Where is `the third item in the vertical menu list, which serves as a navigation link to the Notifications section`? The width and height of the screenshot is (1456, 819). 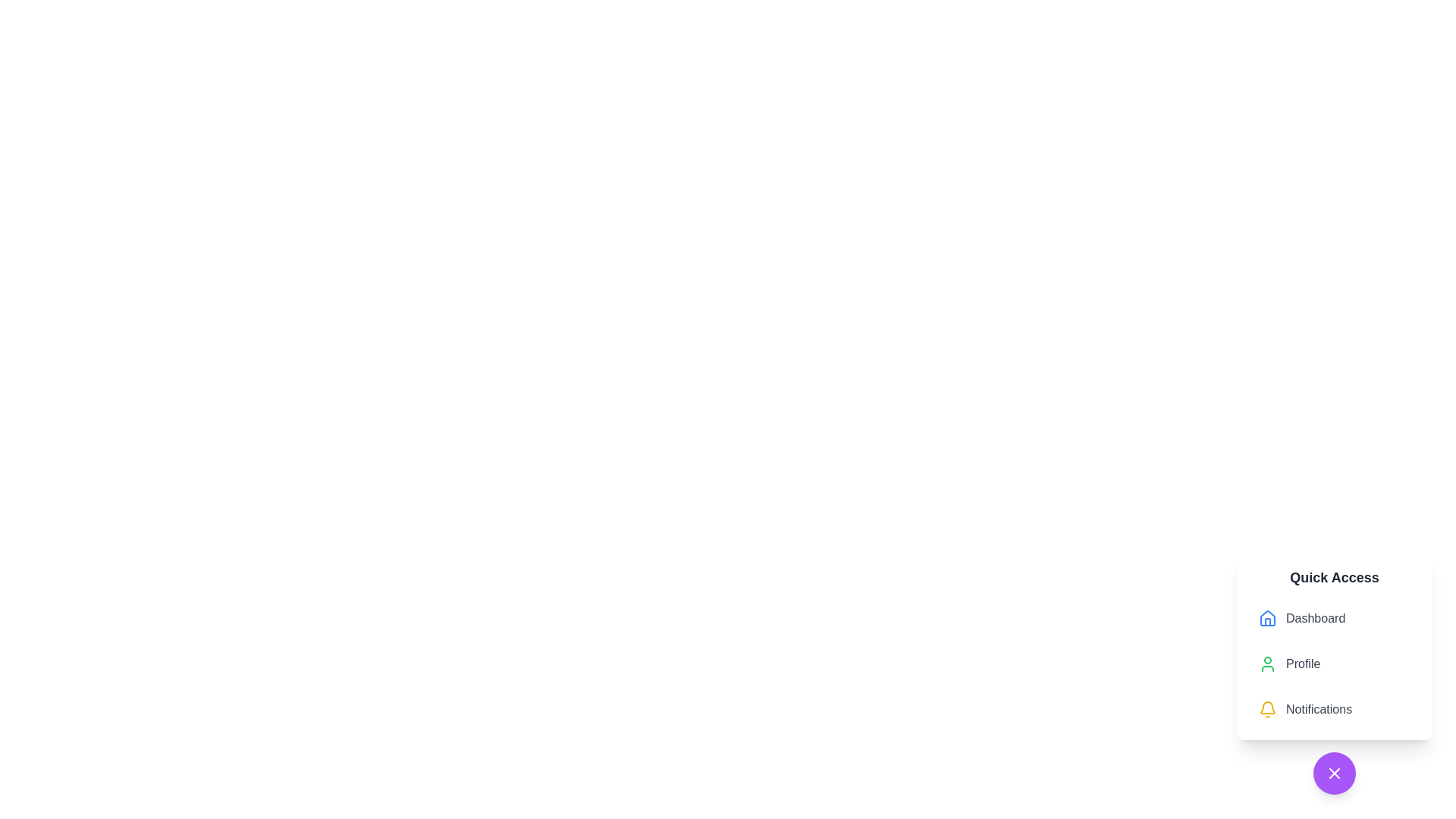 the third item in the vertical menu list, which serves as a navigation link to the Notifications section is located at coordinates (1335, 710).